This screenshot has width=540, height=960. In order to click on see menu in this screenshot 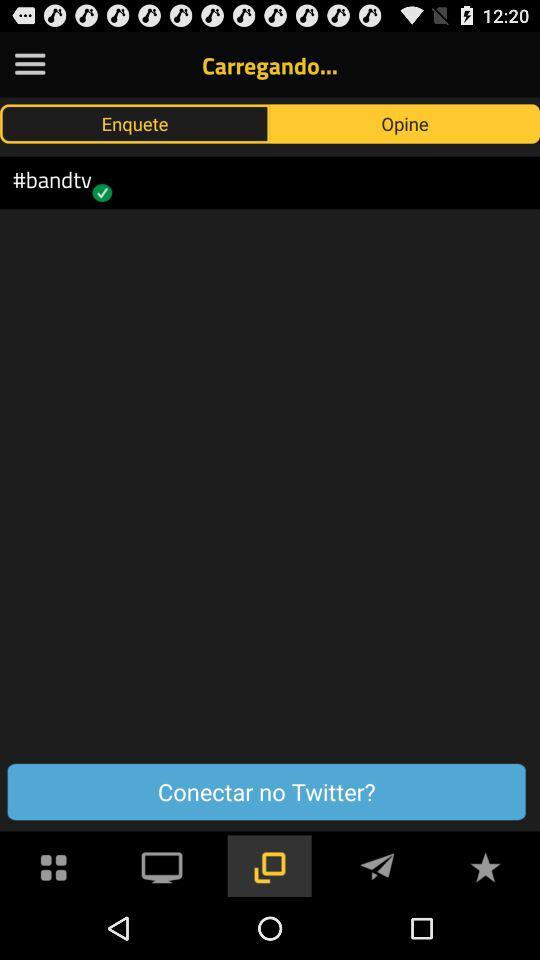, I will do `click(54, 864)`.